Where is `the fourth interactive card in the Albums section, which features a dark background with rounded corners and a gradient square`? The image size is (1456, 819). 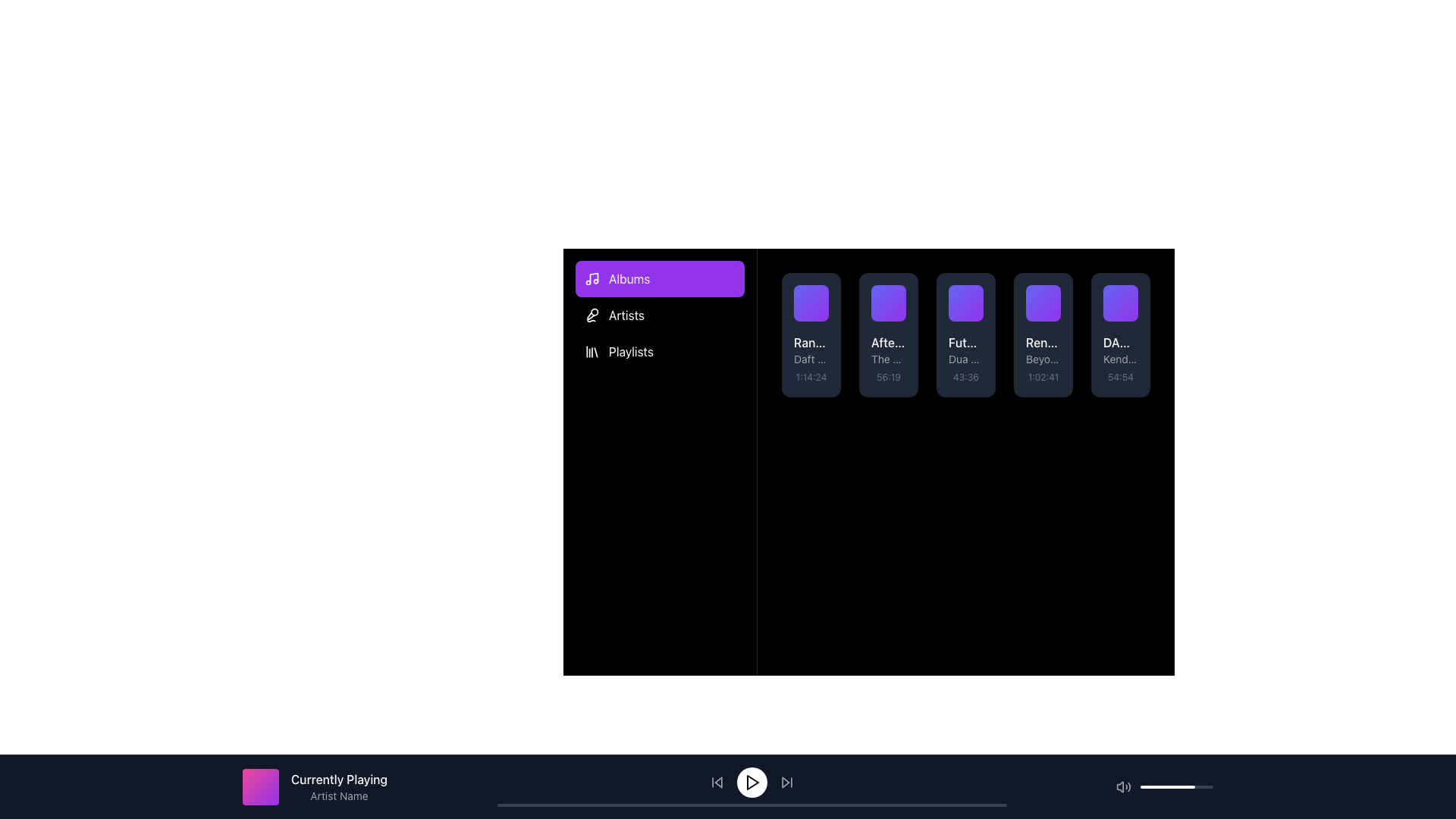 the fourth interactive card in the Albums section, which features a dark background with rounded corners and a gradient square is located at coordinates (1043, 334).